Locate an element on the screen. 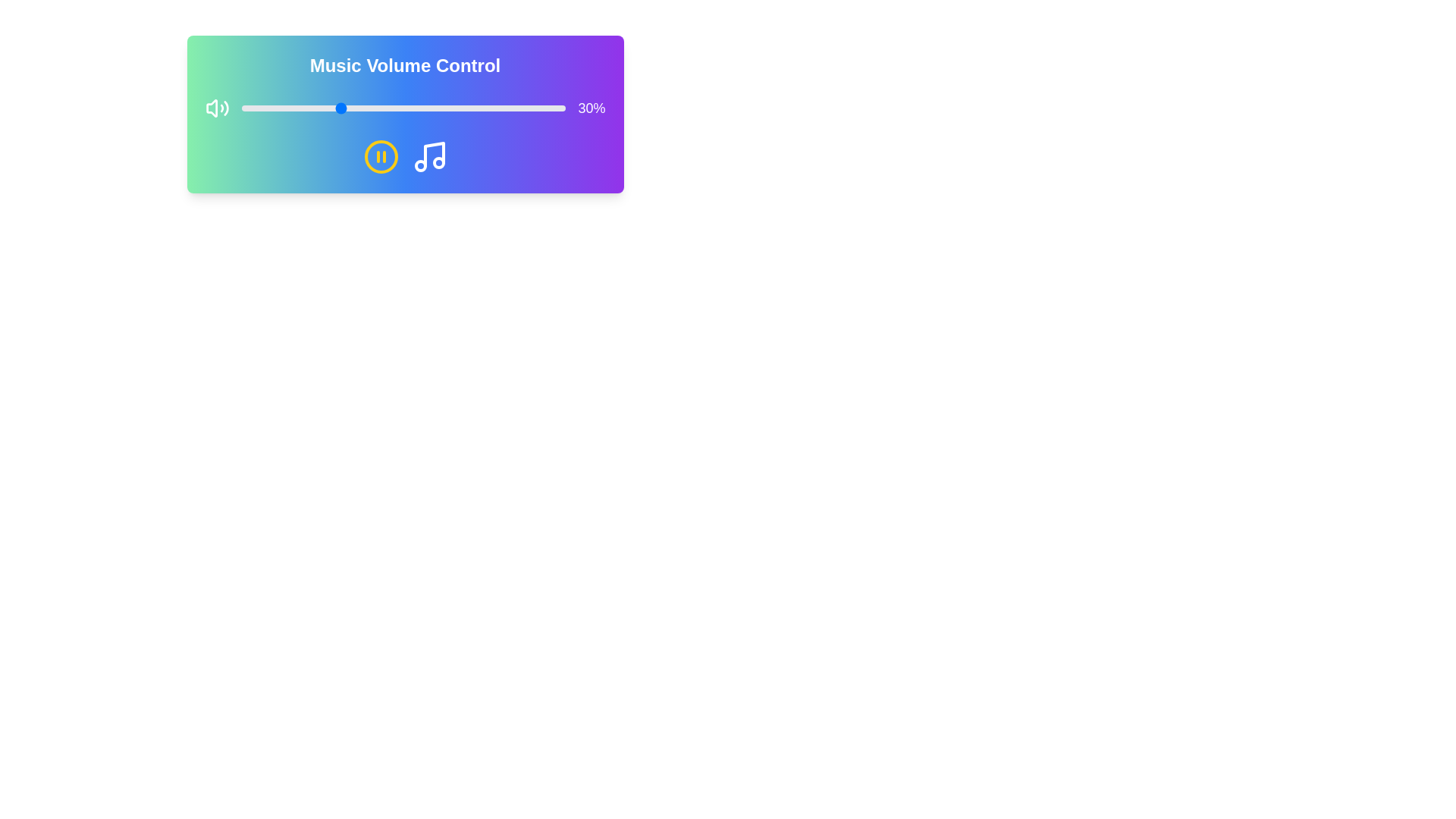 This screenshot has height=819, width=1456. the volume is located at coordinates (286, 107).